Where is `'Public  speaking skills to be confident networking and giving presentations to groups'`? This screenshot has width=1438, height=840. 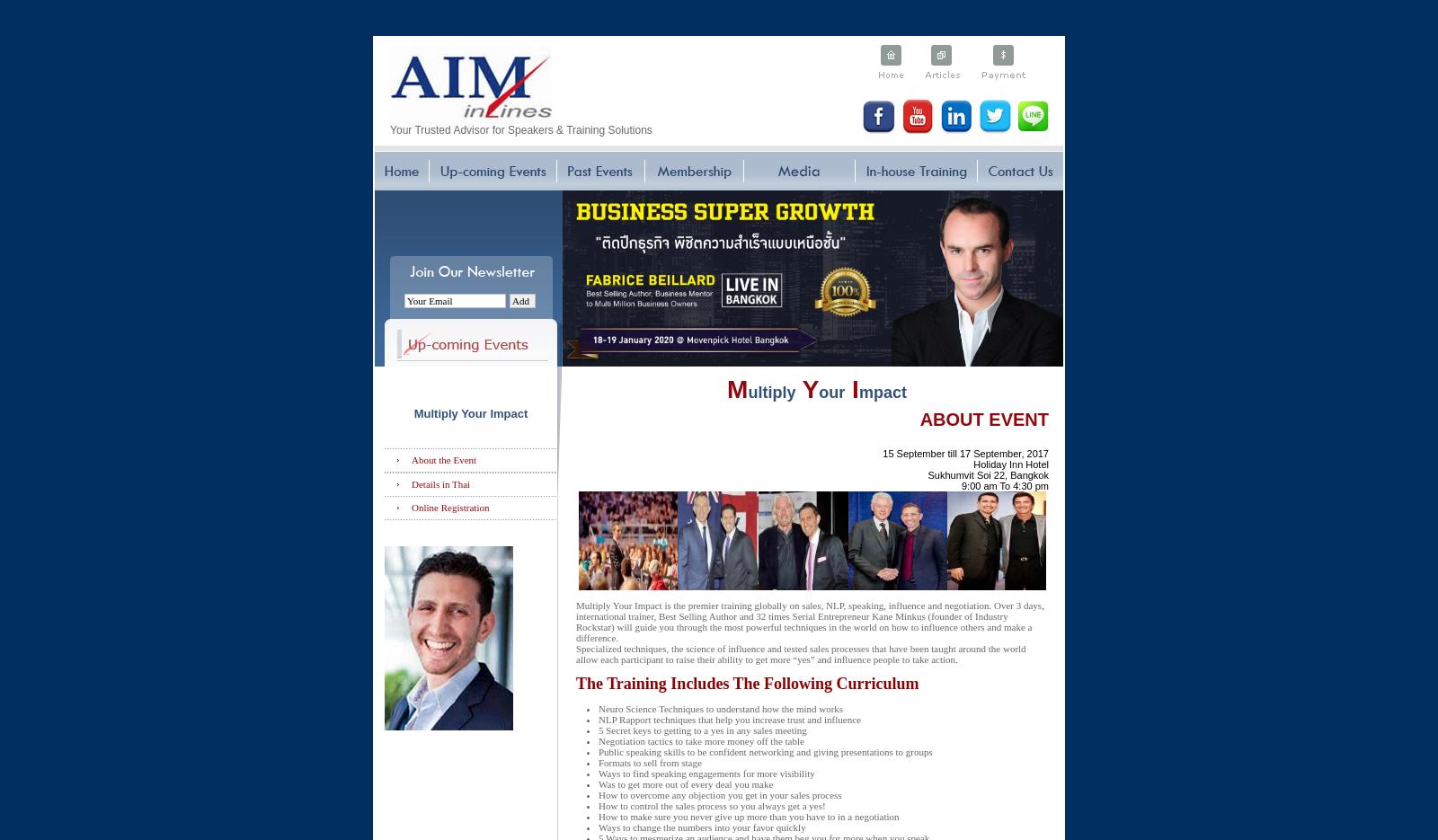 'Public  speaking skills to be confident networking and giving presentations to groups' is located at coordinates (599, 752).